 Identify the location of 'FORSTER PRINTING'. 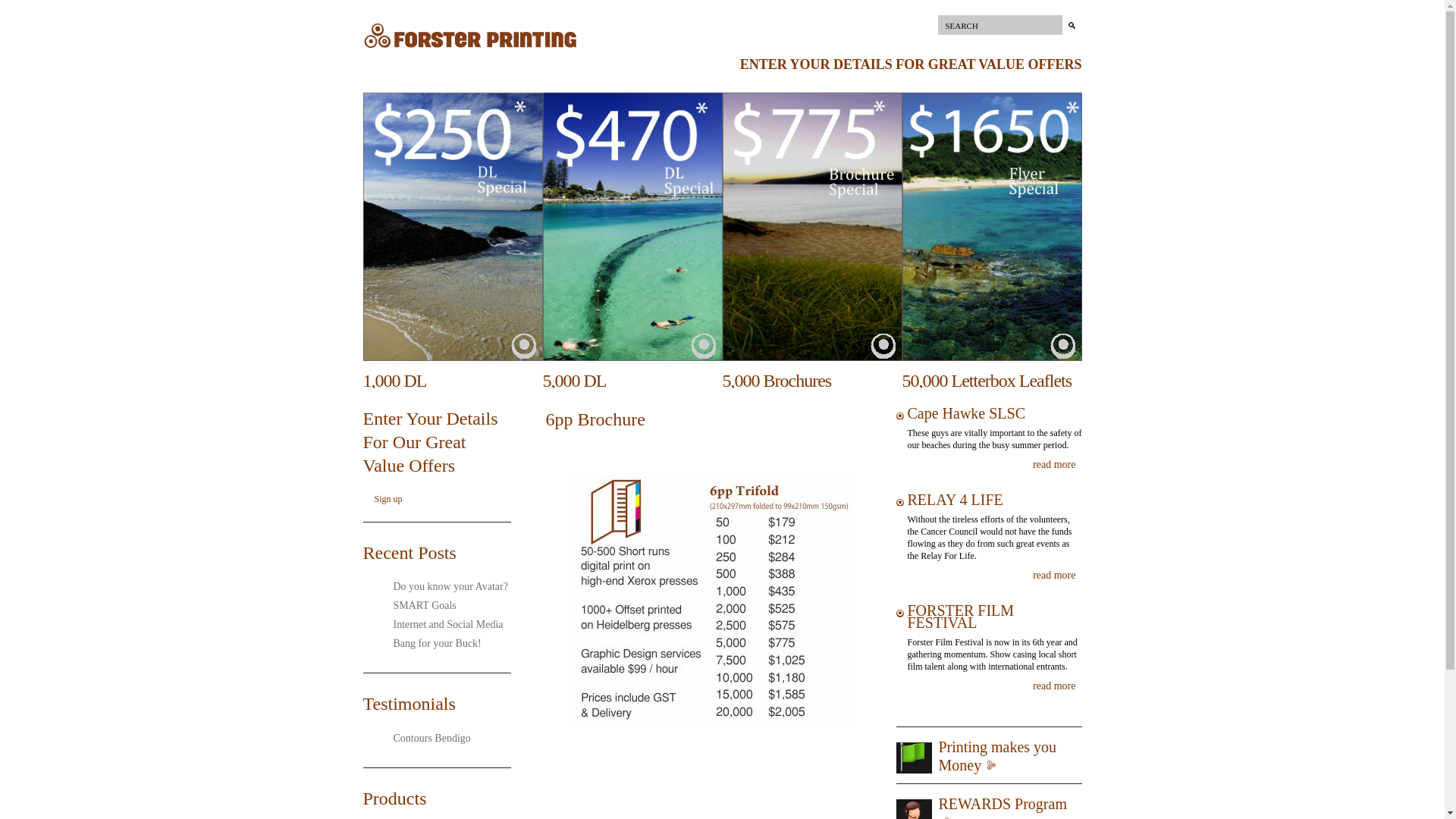
(469, 48).